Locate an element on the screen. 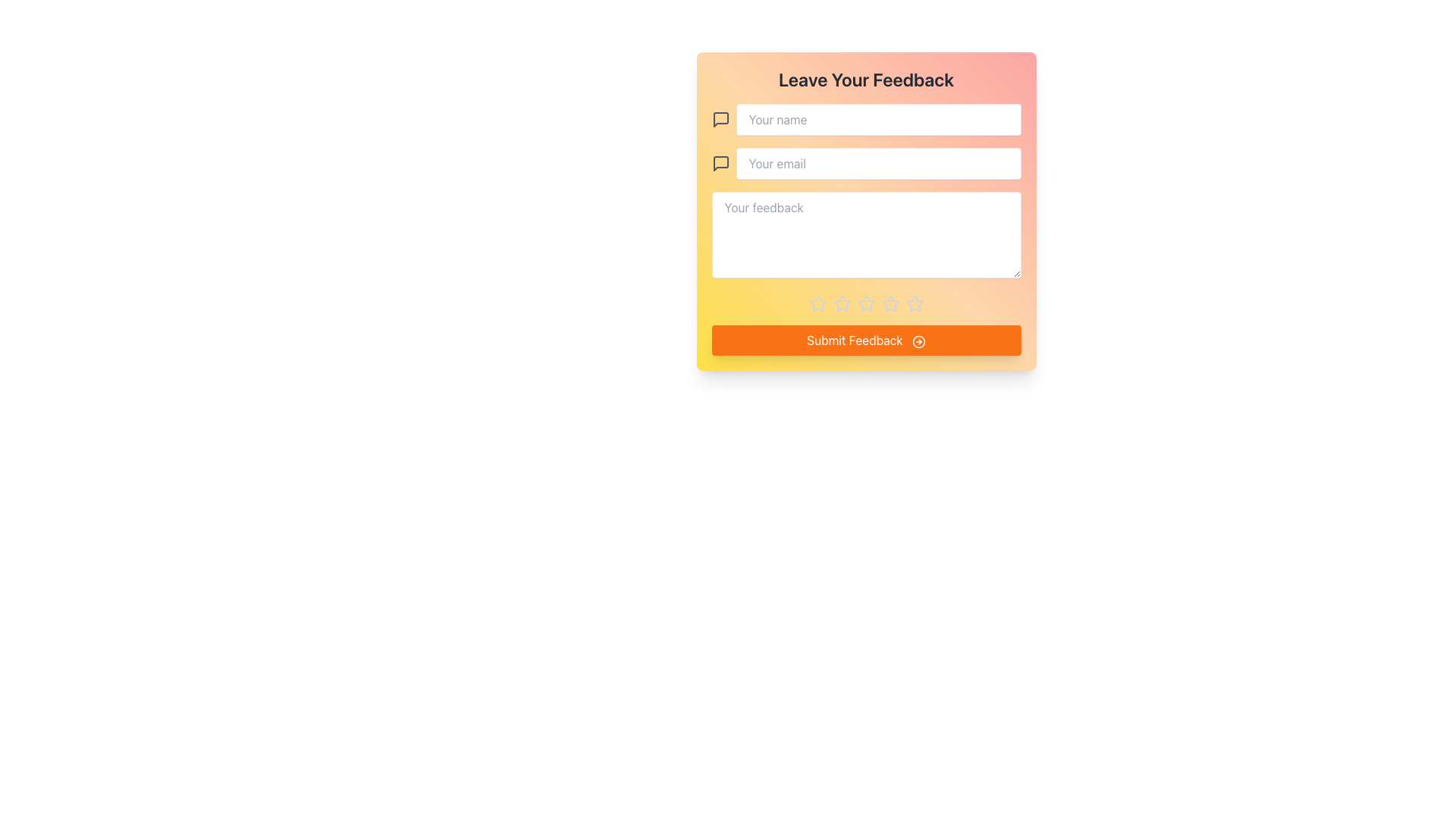 The height and width of the screenshot is (819, 1456). the first Rating Star Icon in the feedback section, which allows users to select a rating as part of the feedback system is located at coordinates (817, 304).